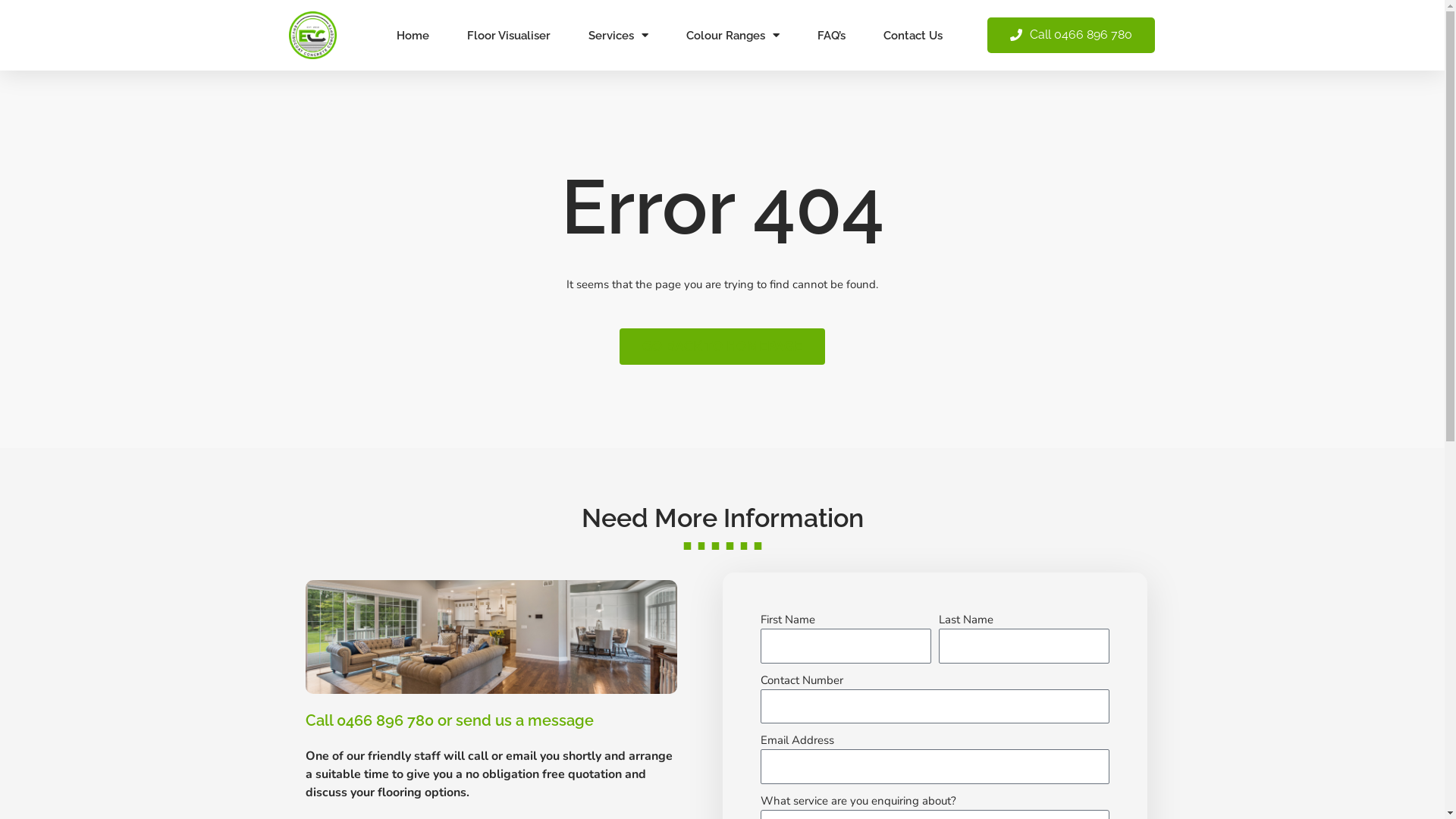 The image size is (1456, 819). What do you see at coordinates (912, 34) in the screenshot?
I see `'Contact Us'` at bounding box center [912, 34].